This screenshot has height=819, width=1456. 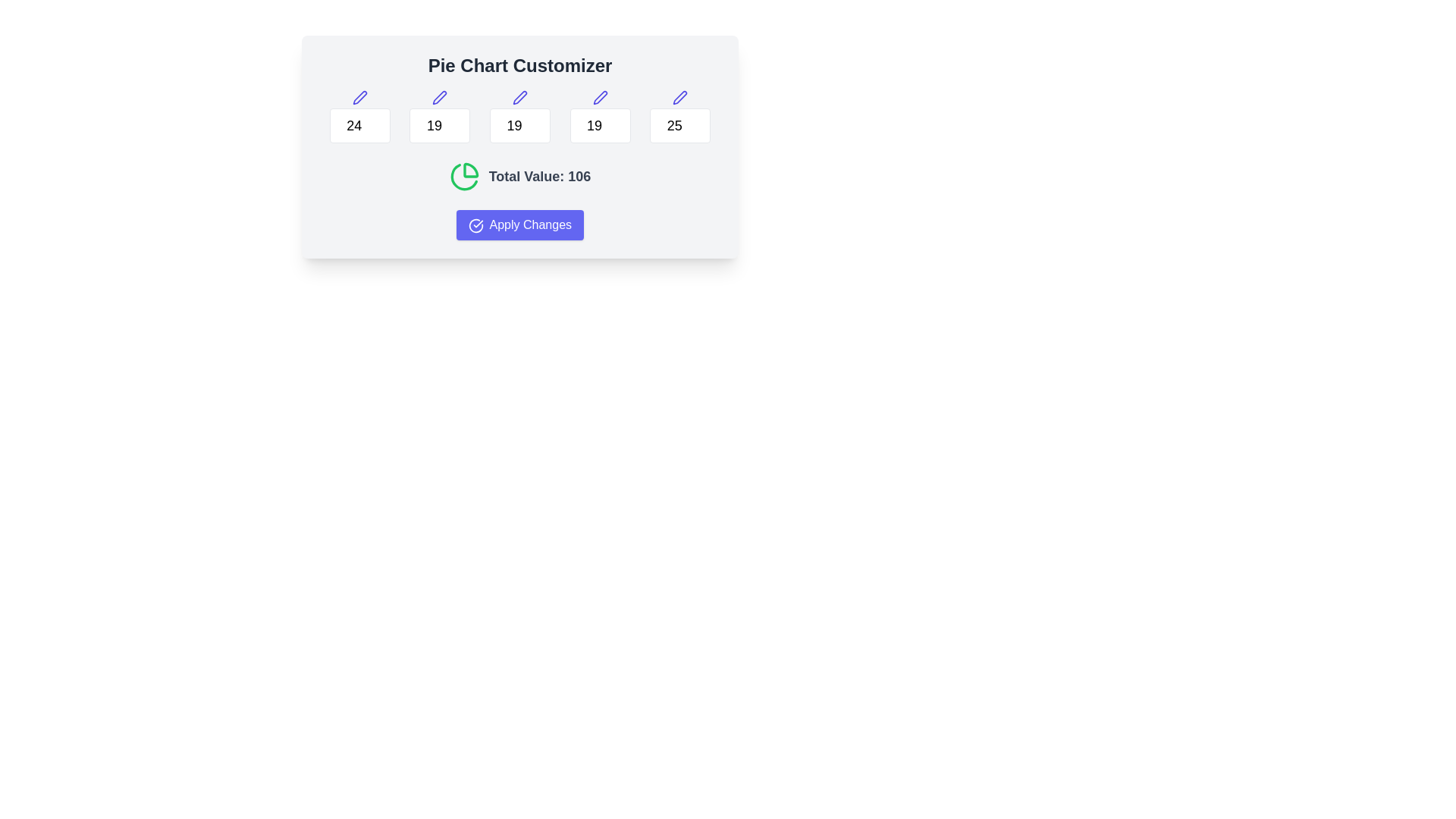 What do you see at coordinates (475, 225) in the screenshot?
I see `the checkmark icon inside a circle, which serves as a confirmation indicator next to the 'Apply Changes' button` at bounding box center [475, 225].